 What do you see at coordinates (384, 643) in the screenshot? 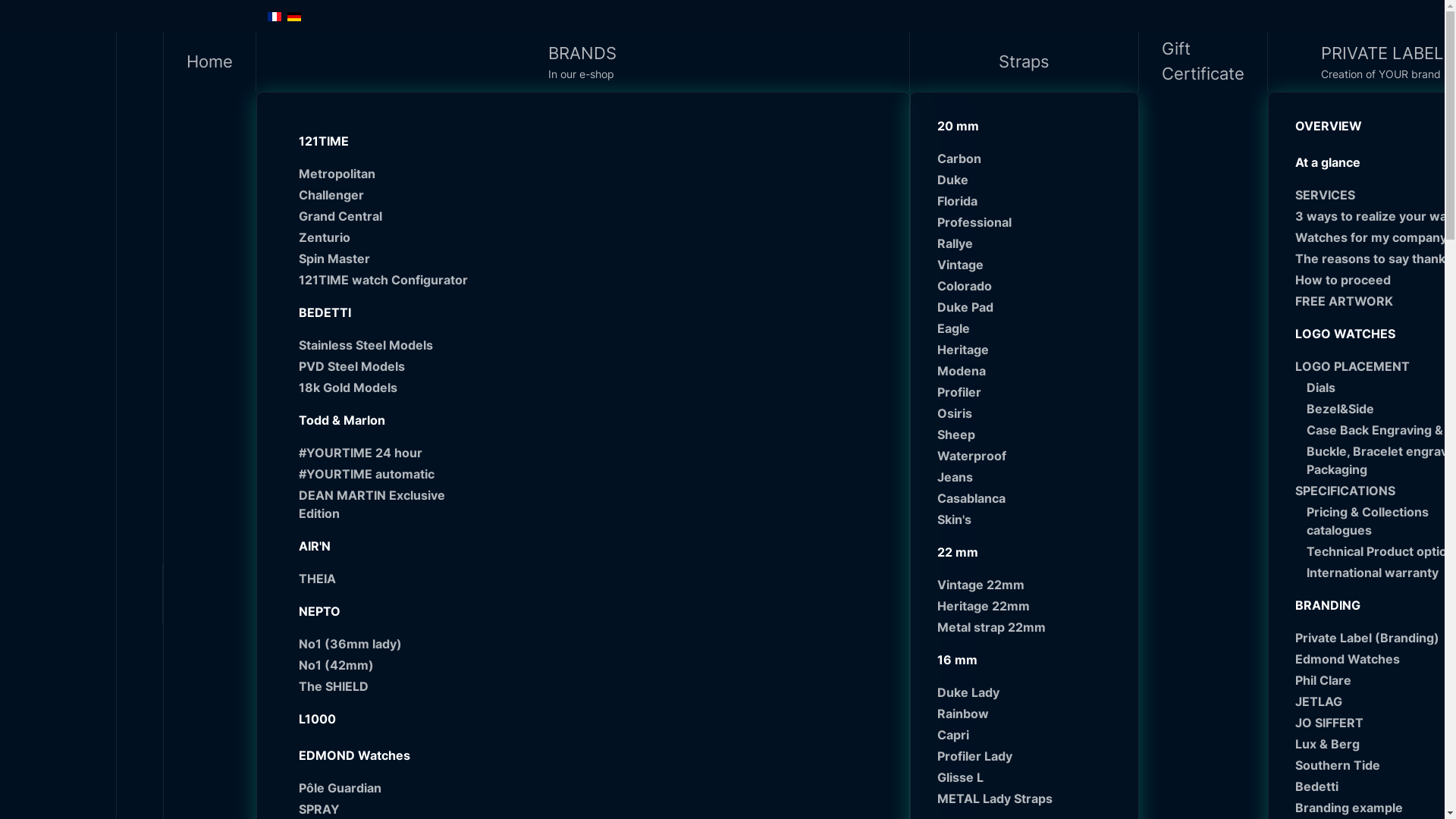
I see `'No1 (36mm lady)'` at bounding box center [384, 643].